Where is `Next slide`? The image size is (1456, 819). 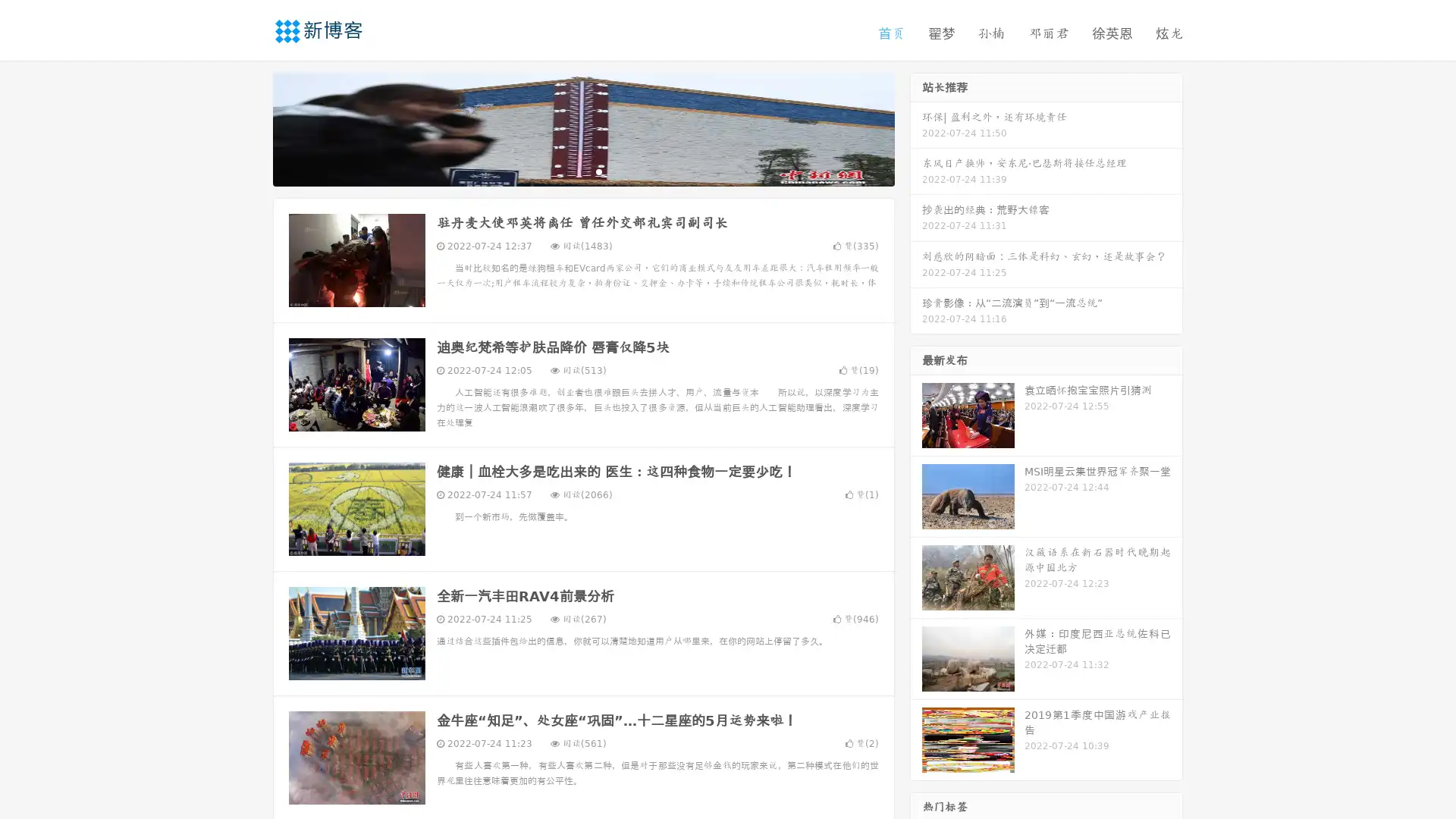 Next slide is located at coordinates (916, 127).